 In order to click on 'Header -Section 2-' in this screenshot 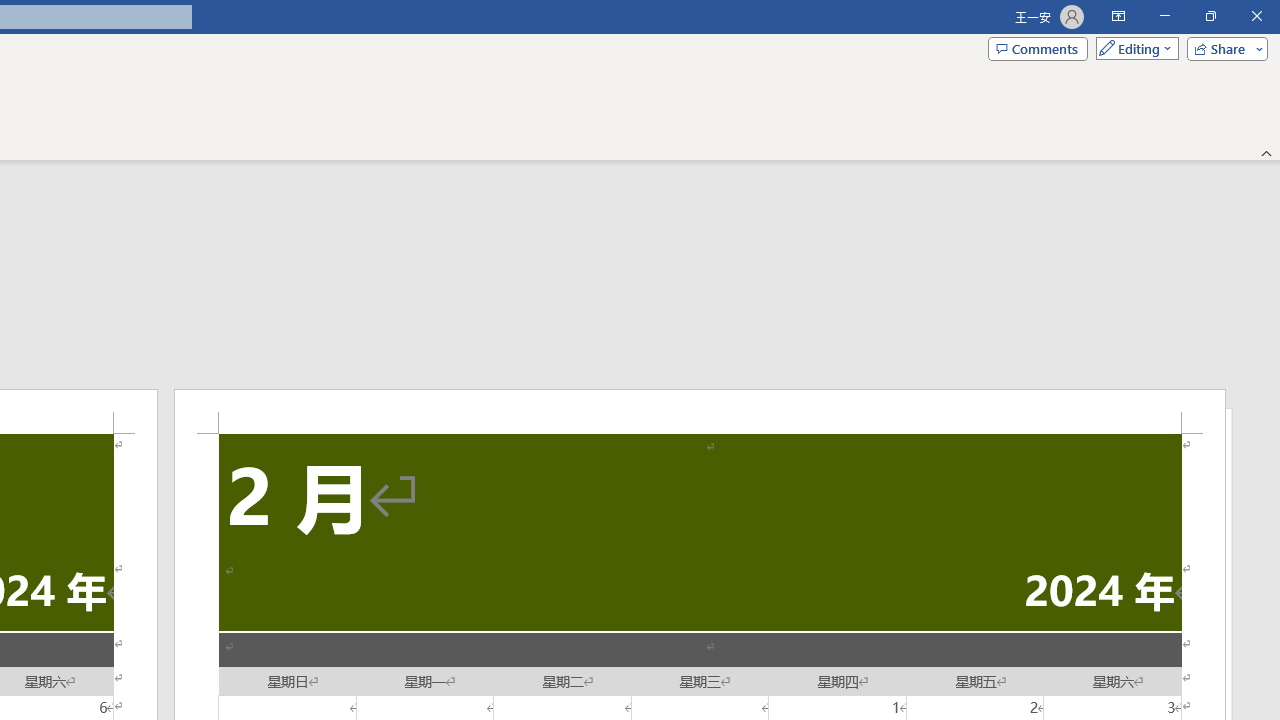, I will do `click(700, 410)`.